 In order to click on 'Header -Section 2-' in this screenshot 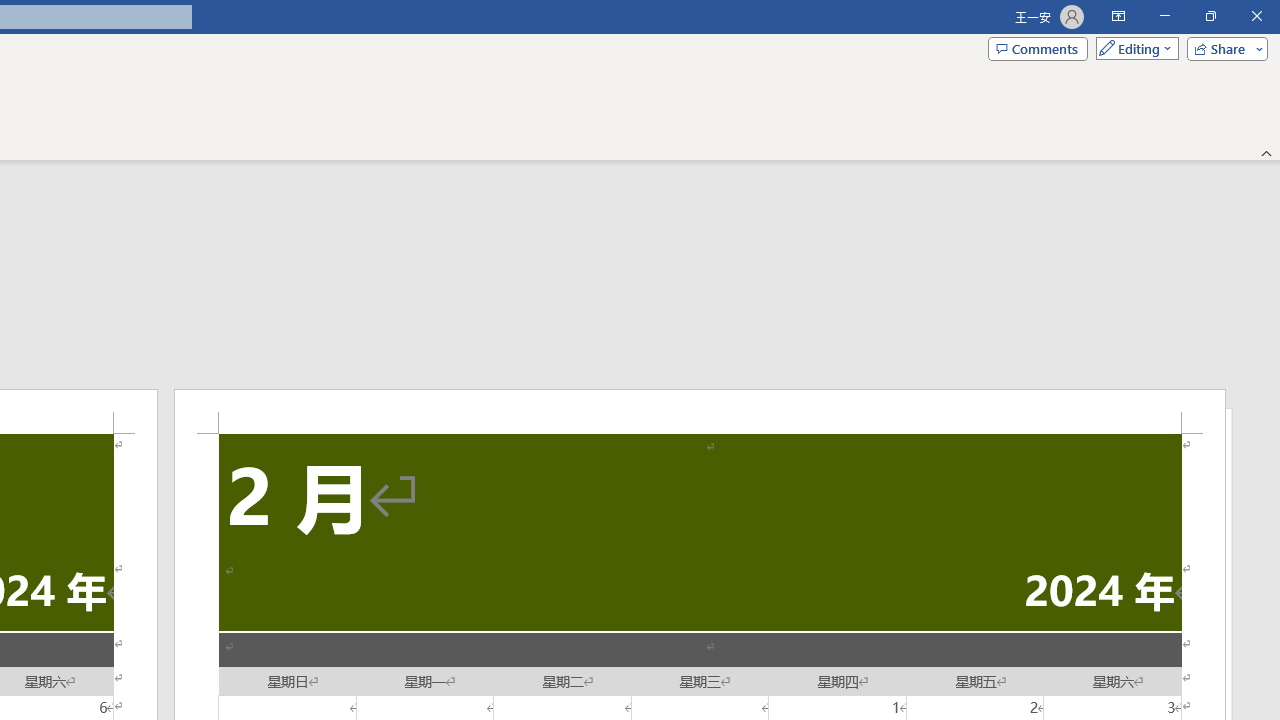, I will do `click(700, 410)`.